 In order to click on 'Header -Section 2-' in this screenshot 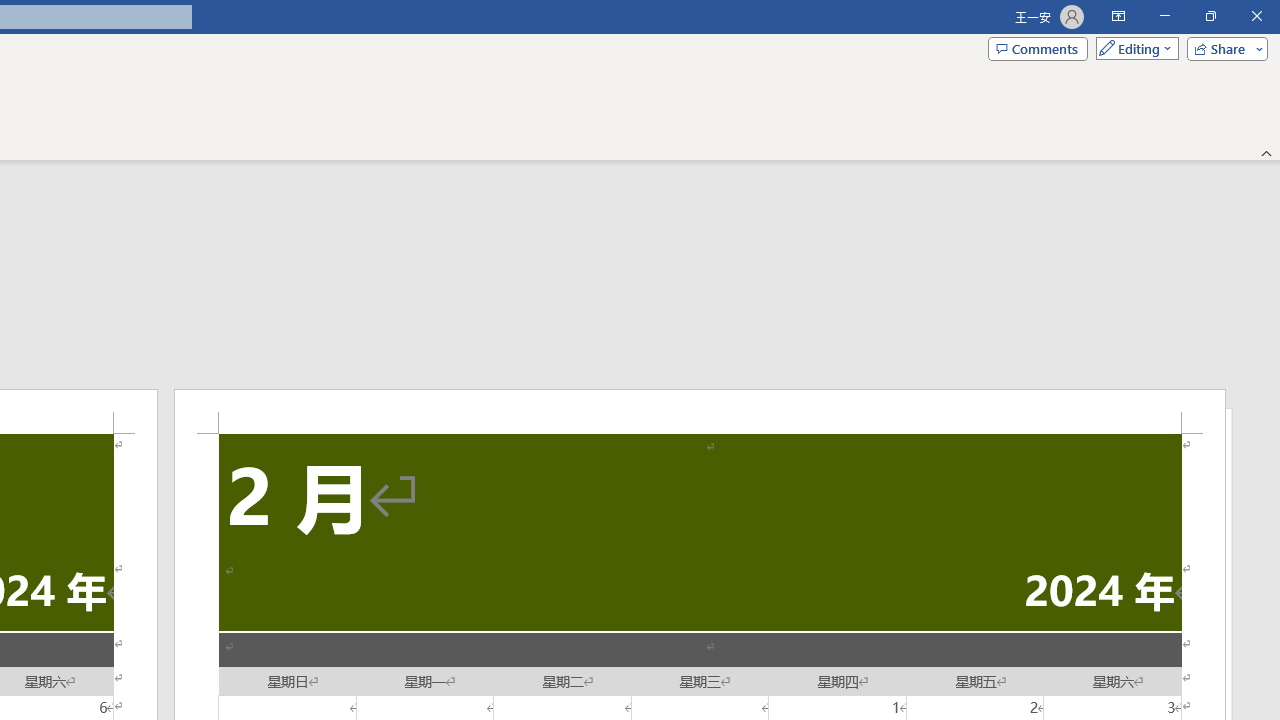, I will do `click(700, 410)`.